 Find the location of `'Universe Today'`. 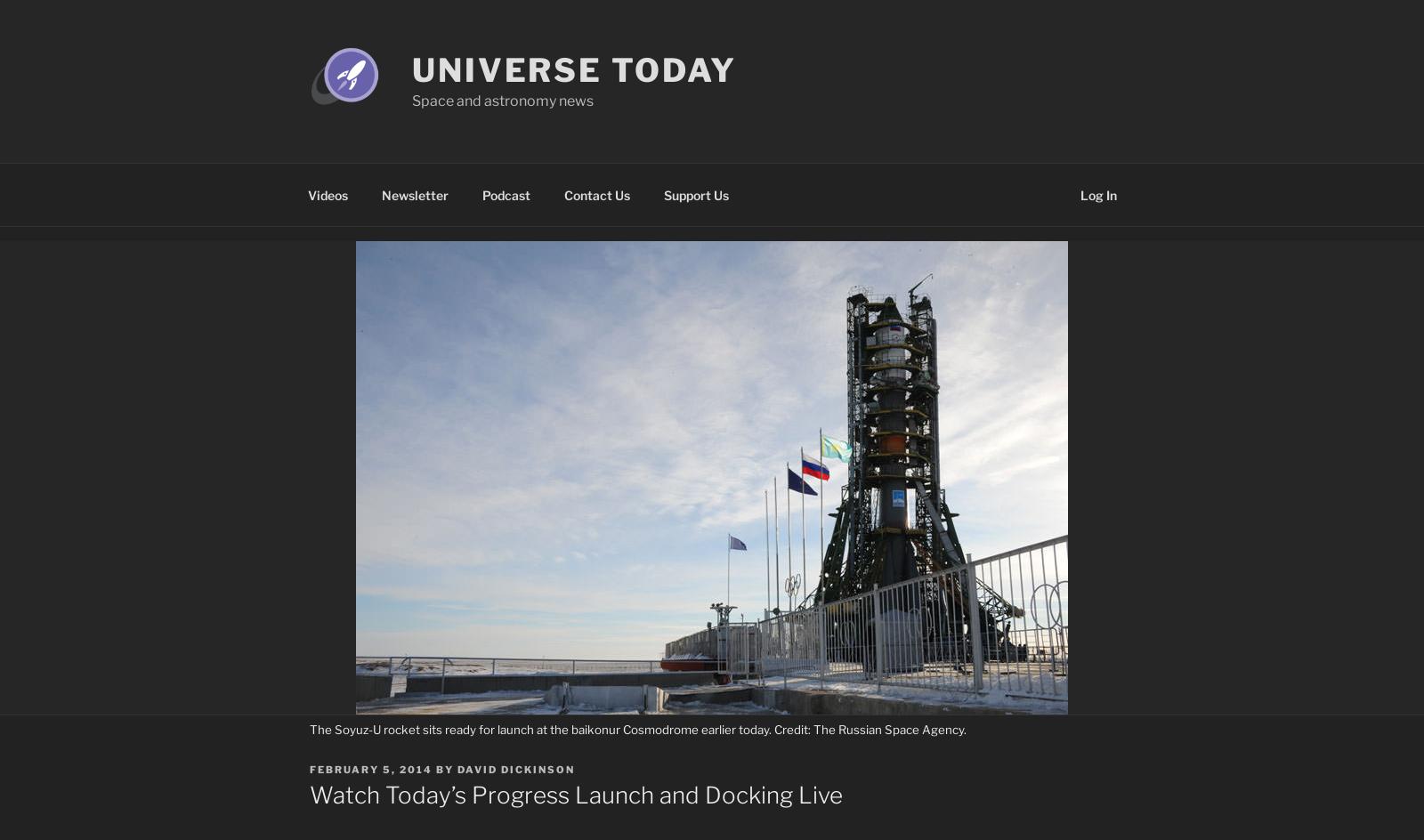

'Universe Today' is located at coordinates (574, 69).